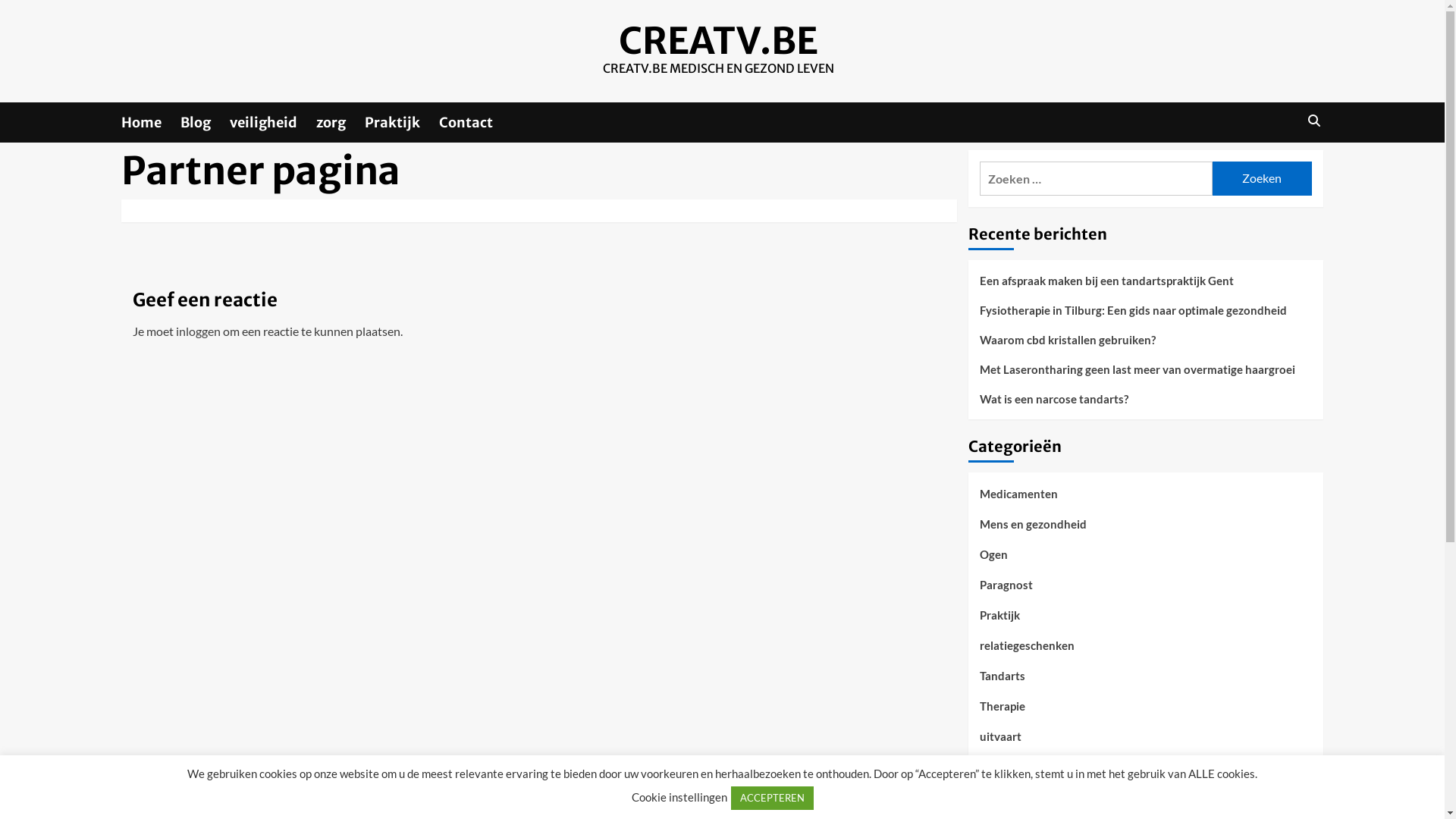 This screenshot has width=1456, height=819. What do you see at coordinates (619, 40) in the screenshot?
I see `'CREATV.BE'` at bounding box center [619, 40].